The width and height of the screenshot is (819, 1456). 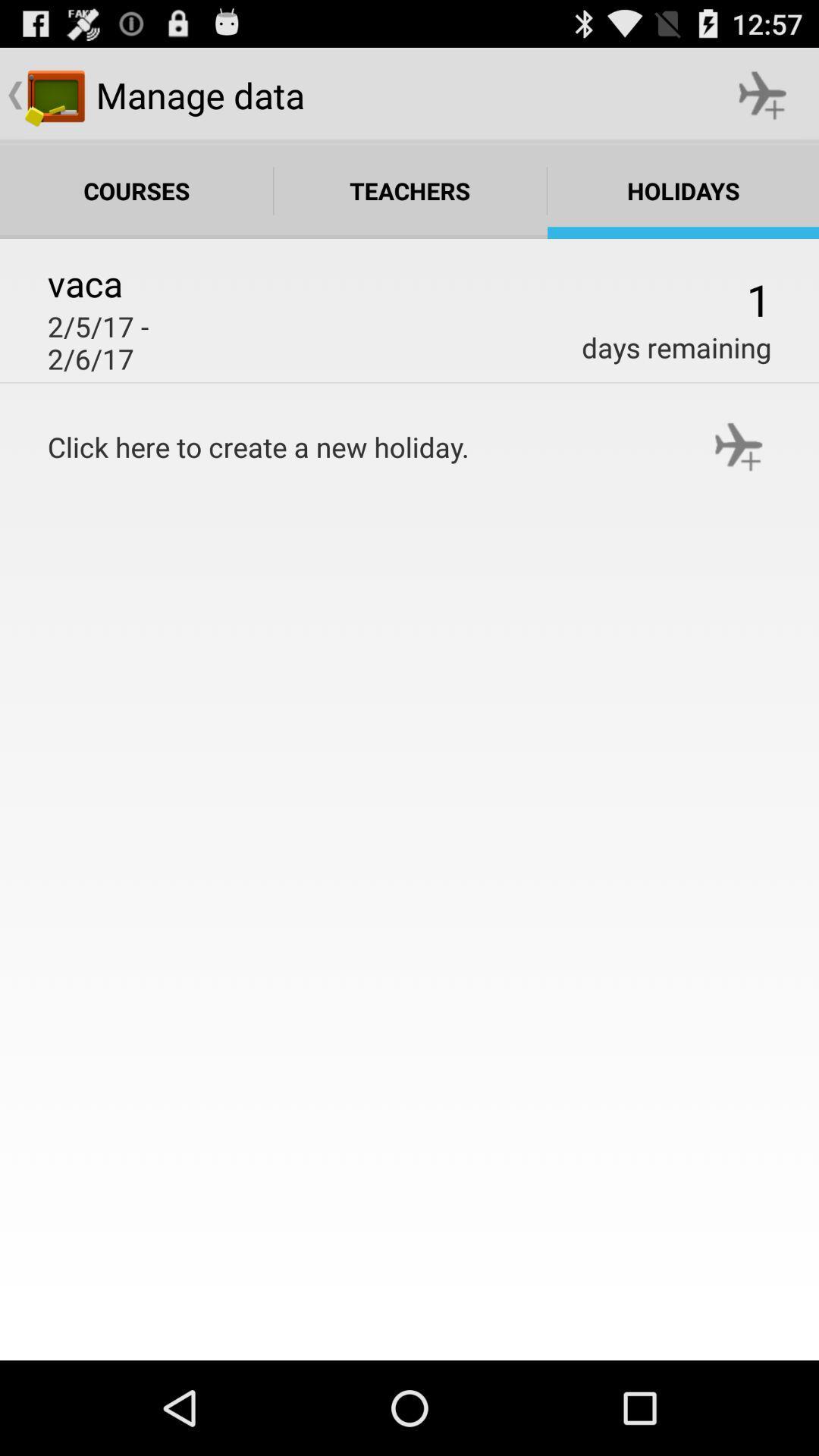 I want to click on the app above holidays, so click(x=763, y=94).